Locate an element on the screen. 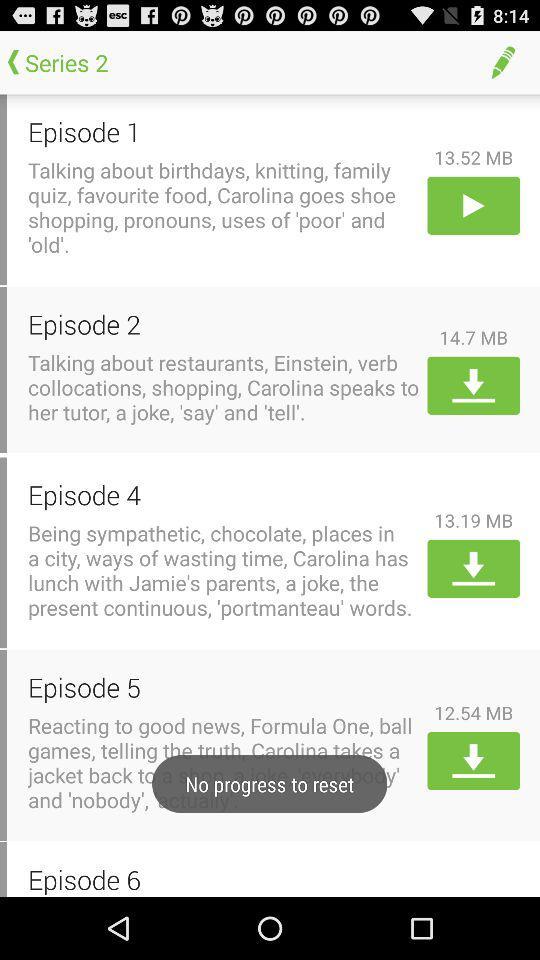 This screenshot has width=540, height=960. download content is located at coordinates (472, 568).